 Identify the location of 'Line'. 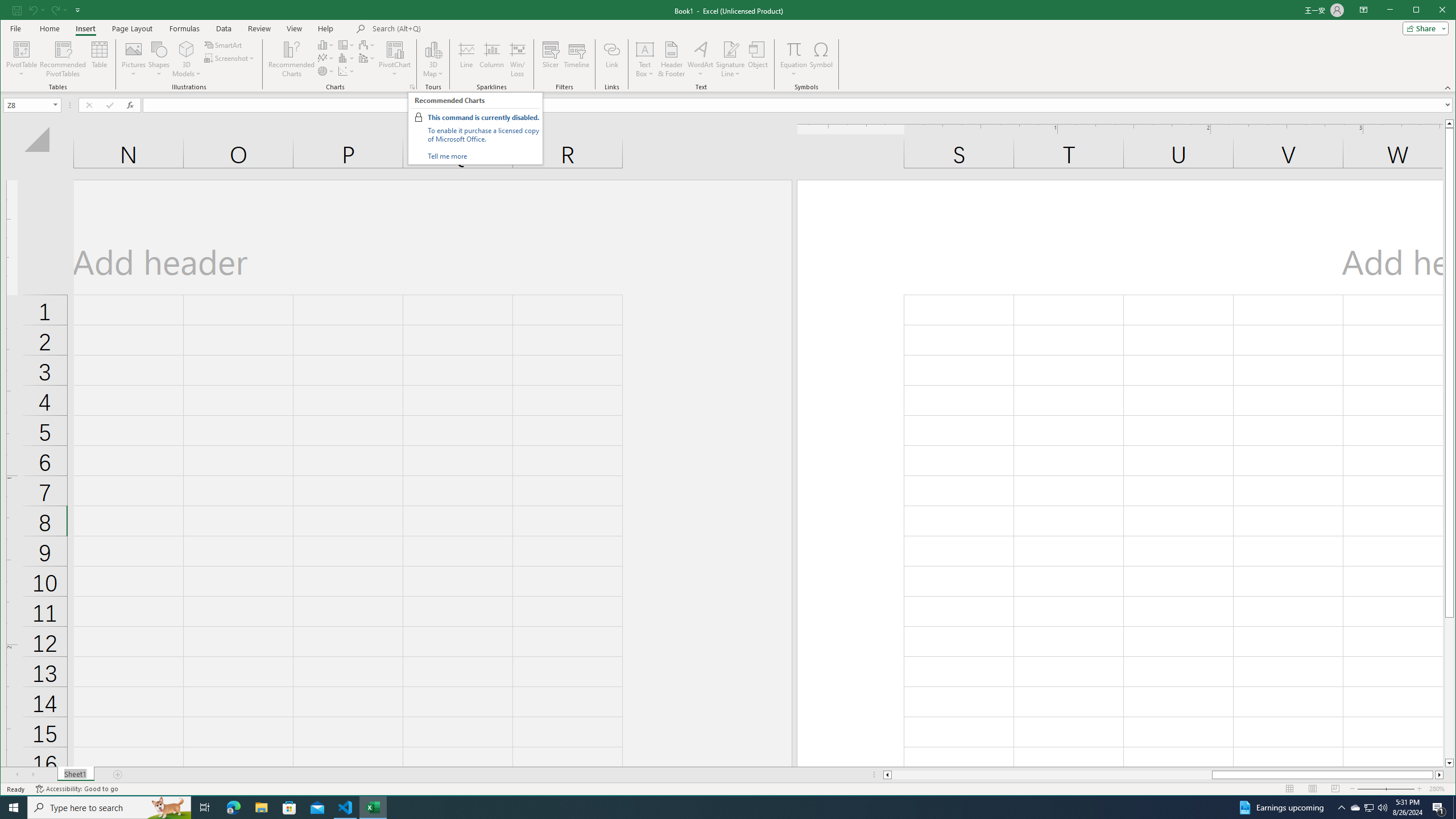
(466, 59).